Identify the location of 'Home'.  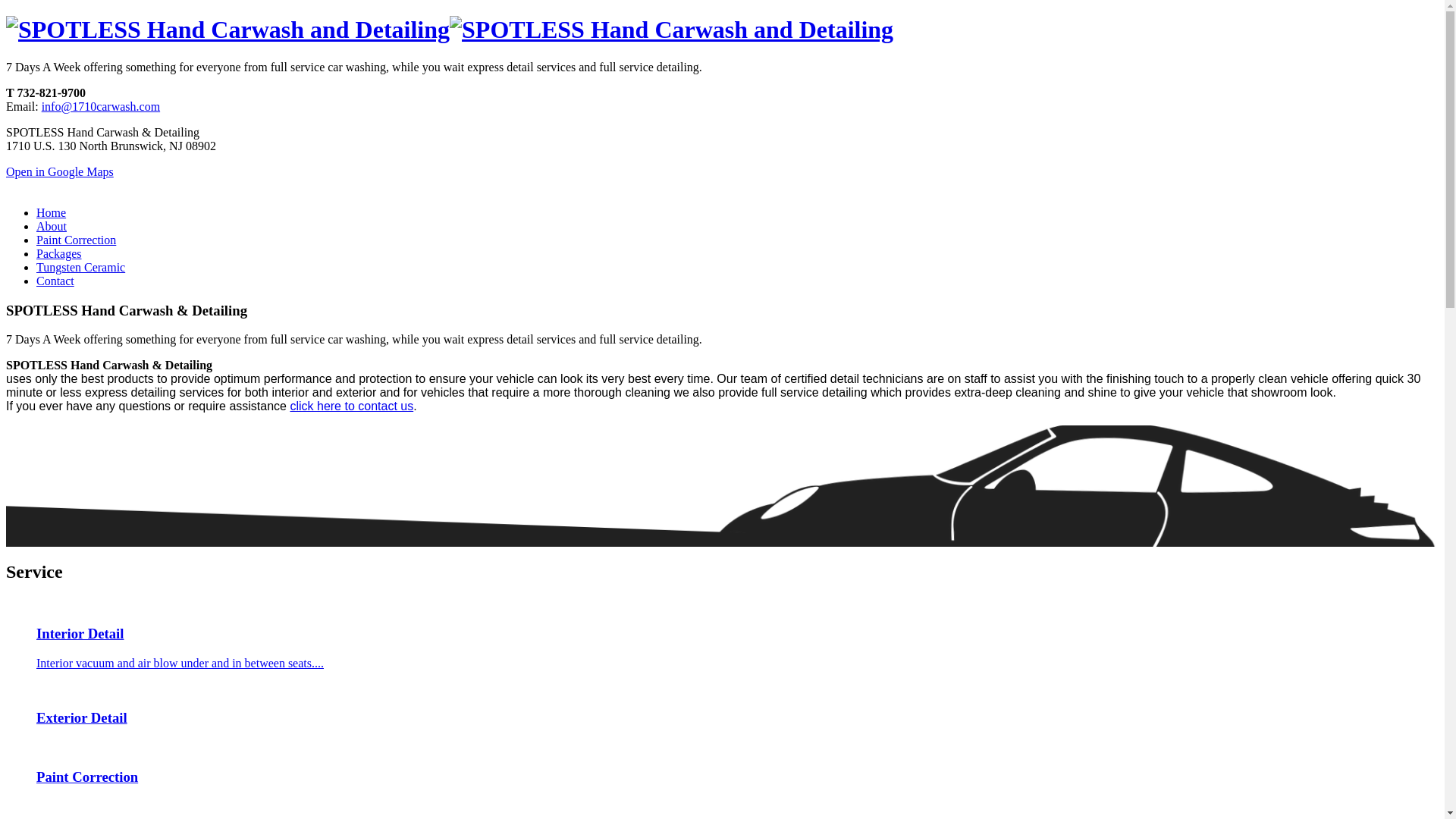
(51, 212).